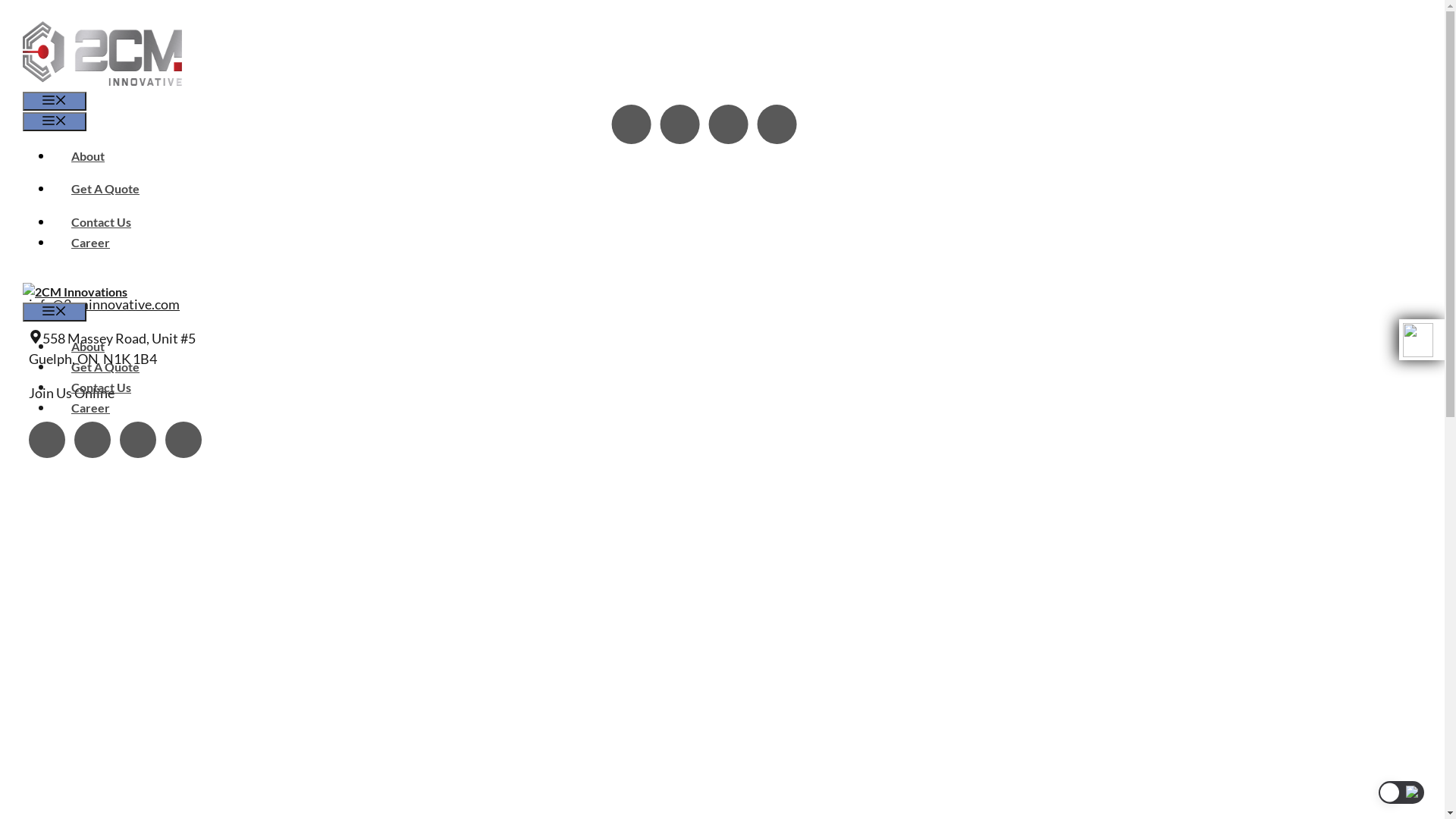  I want to click on 'Career', so click(89, 241).